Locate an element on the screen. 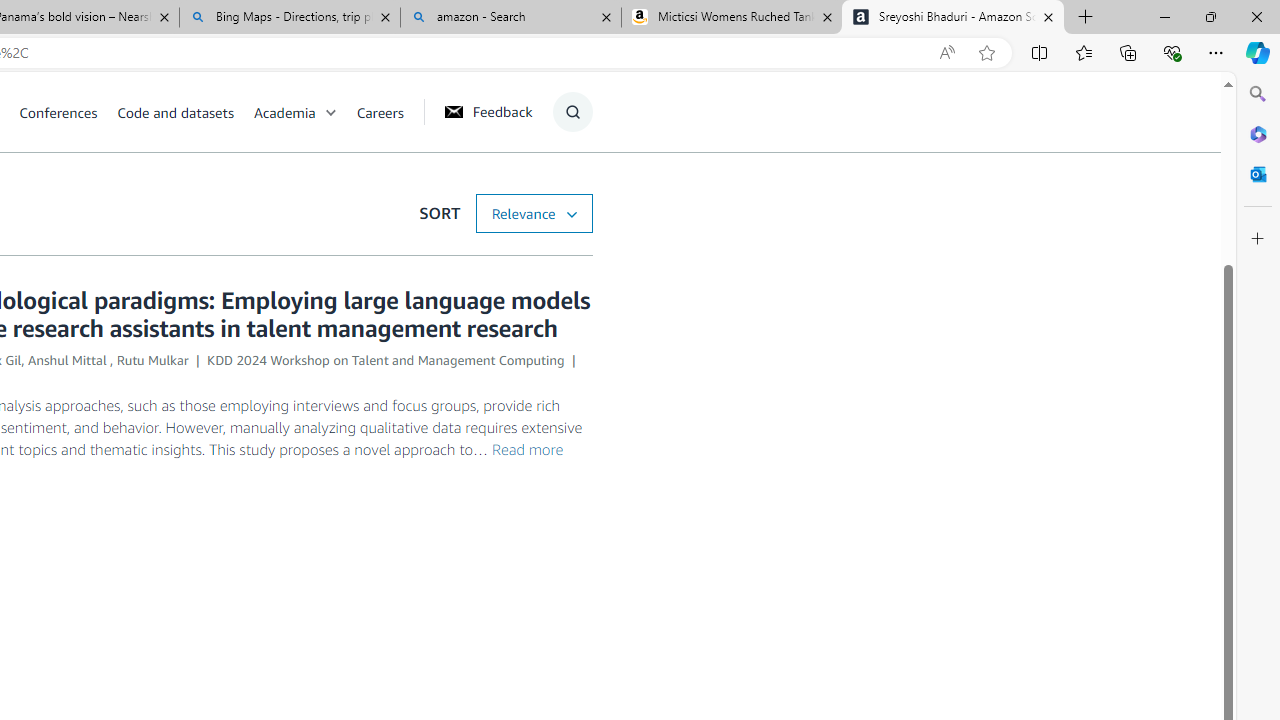 The width and height of the screenshot is (1280, 720). 'Academia' is located at coordinates (283, 111).